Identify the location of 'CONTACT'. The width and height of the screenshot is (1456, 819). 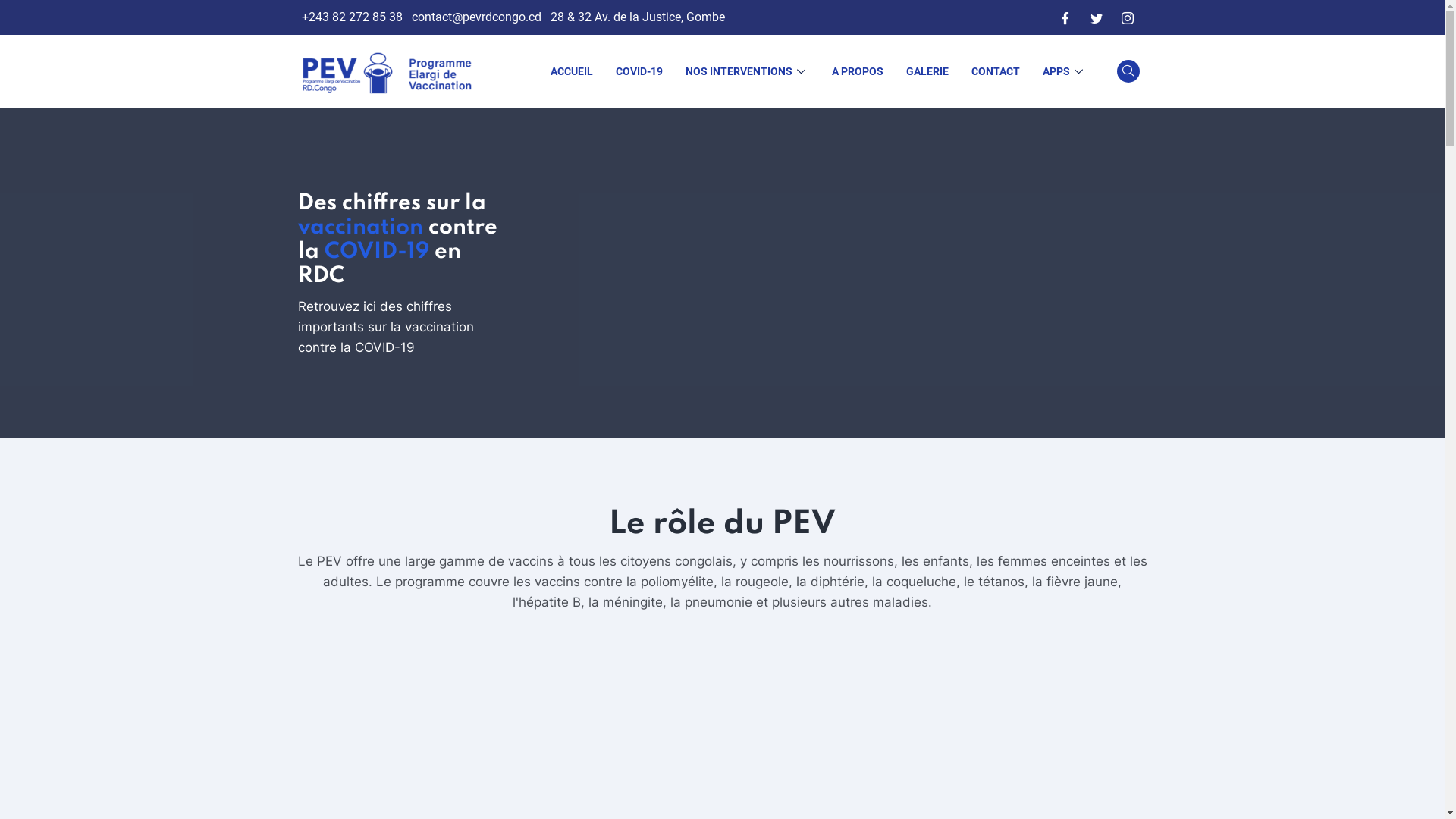
(959, 71).